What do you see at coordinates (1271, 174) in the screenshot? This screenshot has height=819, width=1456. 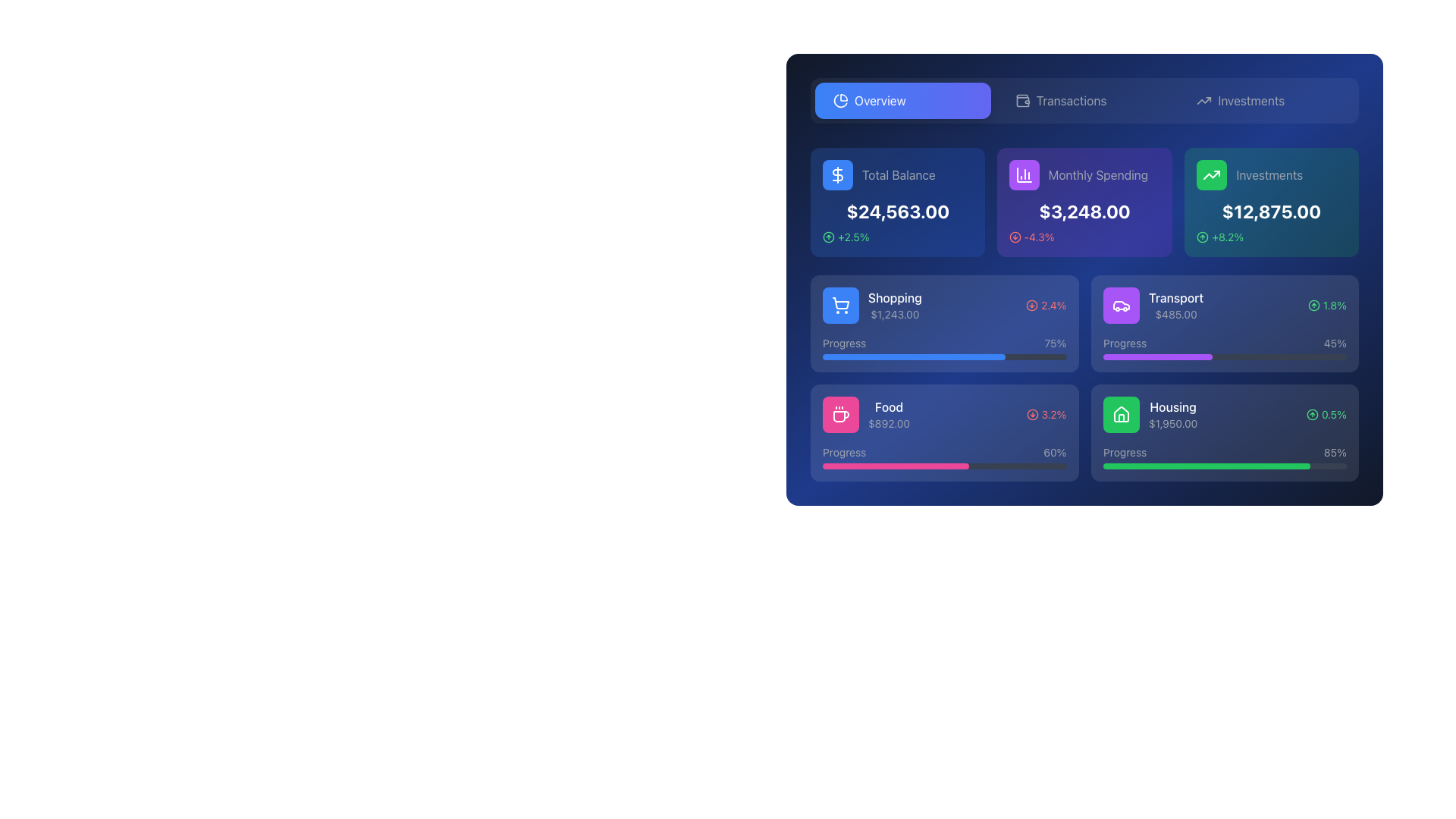 I see `the 'Investments' text label, which is styled in light gray and positioned to the right of a green square icon with an upward-trending arrow` at bounding box center [1271, 174].